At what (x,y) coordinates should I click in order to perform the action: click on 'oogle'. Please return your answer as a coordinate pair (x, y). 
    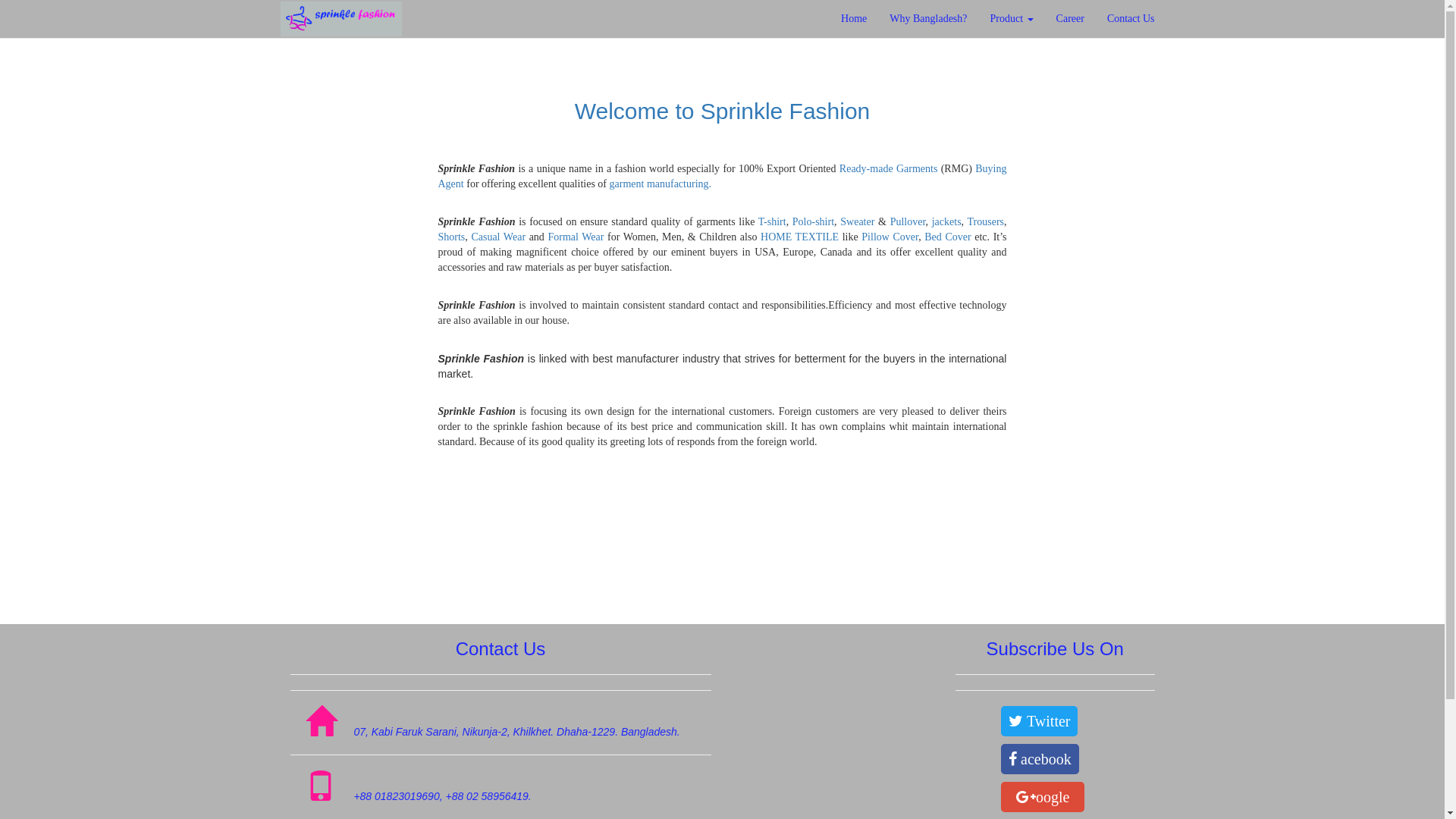
    Looking at the image, I should click on (1041, 795).